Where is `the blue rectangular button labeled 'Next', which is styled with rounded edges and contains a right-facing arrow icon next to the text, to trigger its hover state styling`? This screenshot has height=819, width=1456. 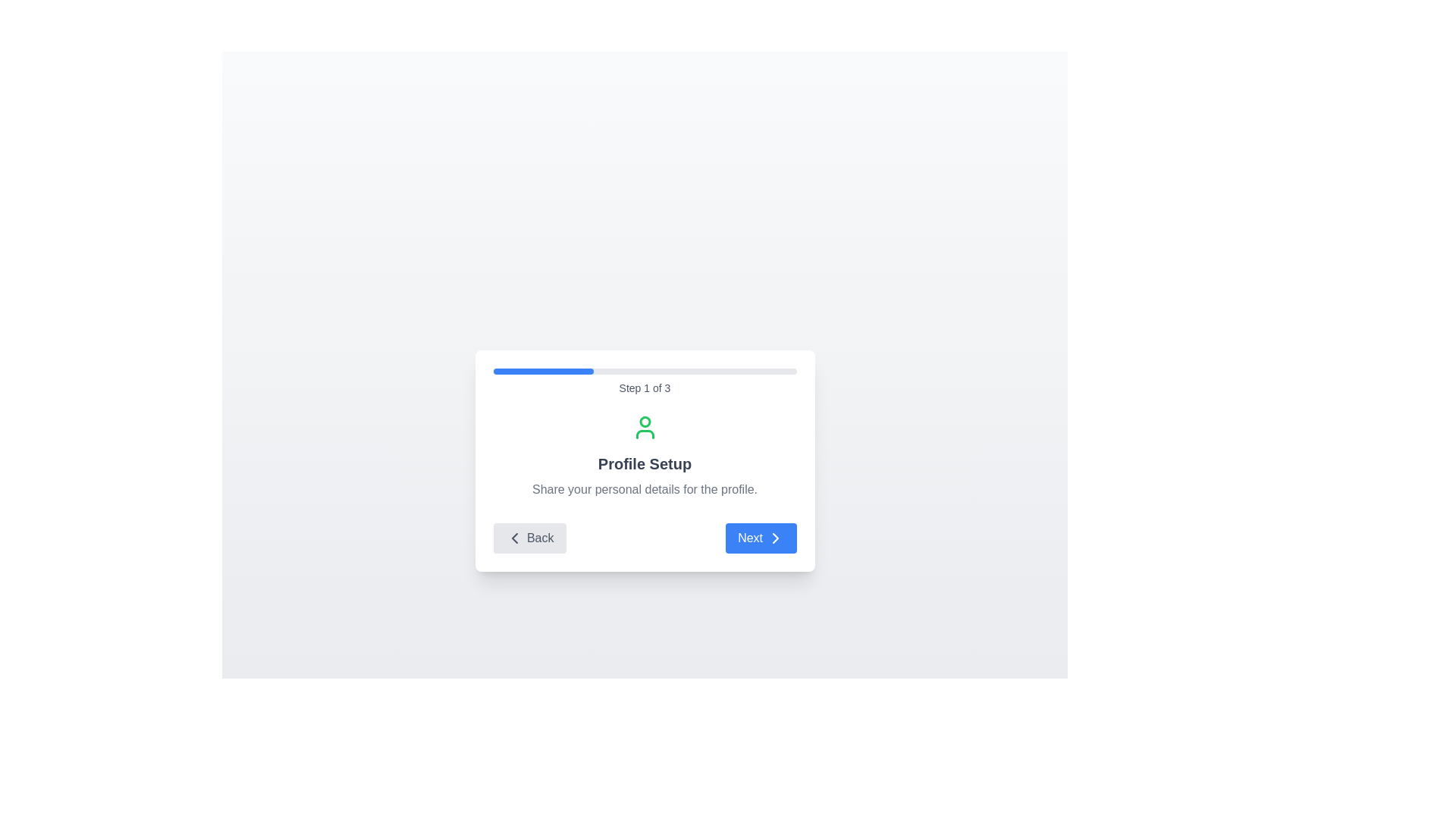
the blue rectangular button labeled 'Next', which is styled with rounded edges and contains a right-facing arrow icon next to the text, to trigger its hover state styling is located at coordinates (761, 537).